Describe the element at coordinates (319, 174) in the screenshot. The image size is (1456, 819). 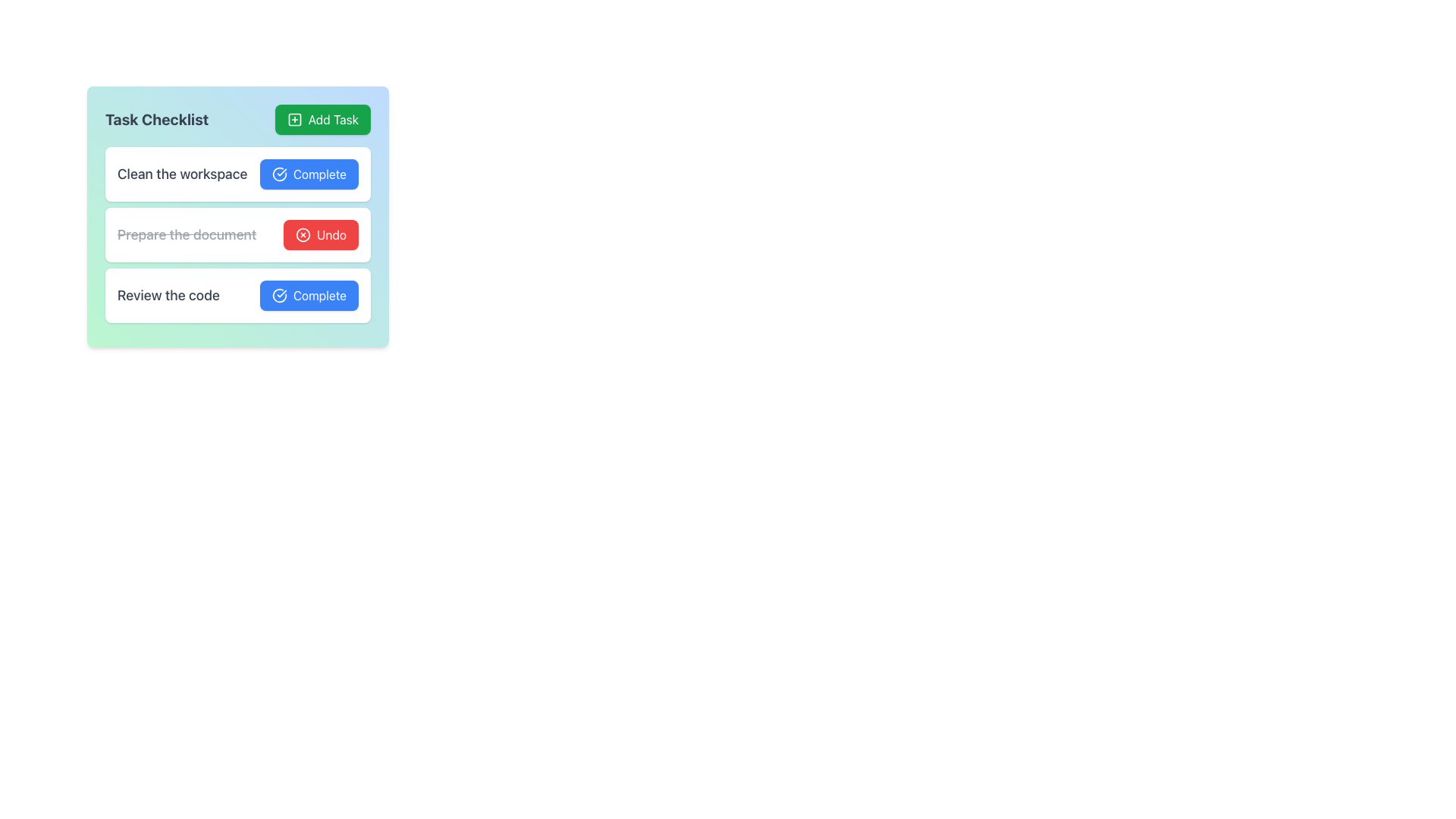
I see `the 'Complete' label in the second button of the 'Task Checklist' group` at that location.